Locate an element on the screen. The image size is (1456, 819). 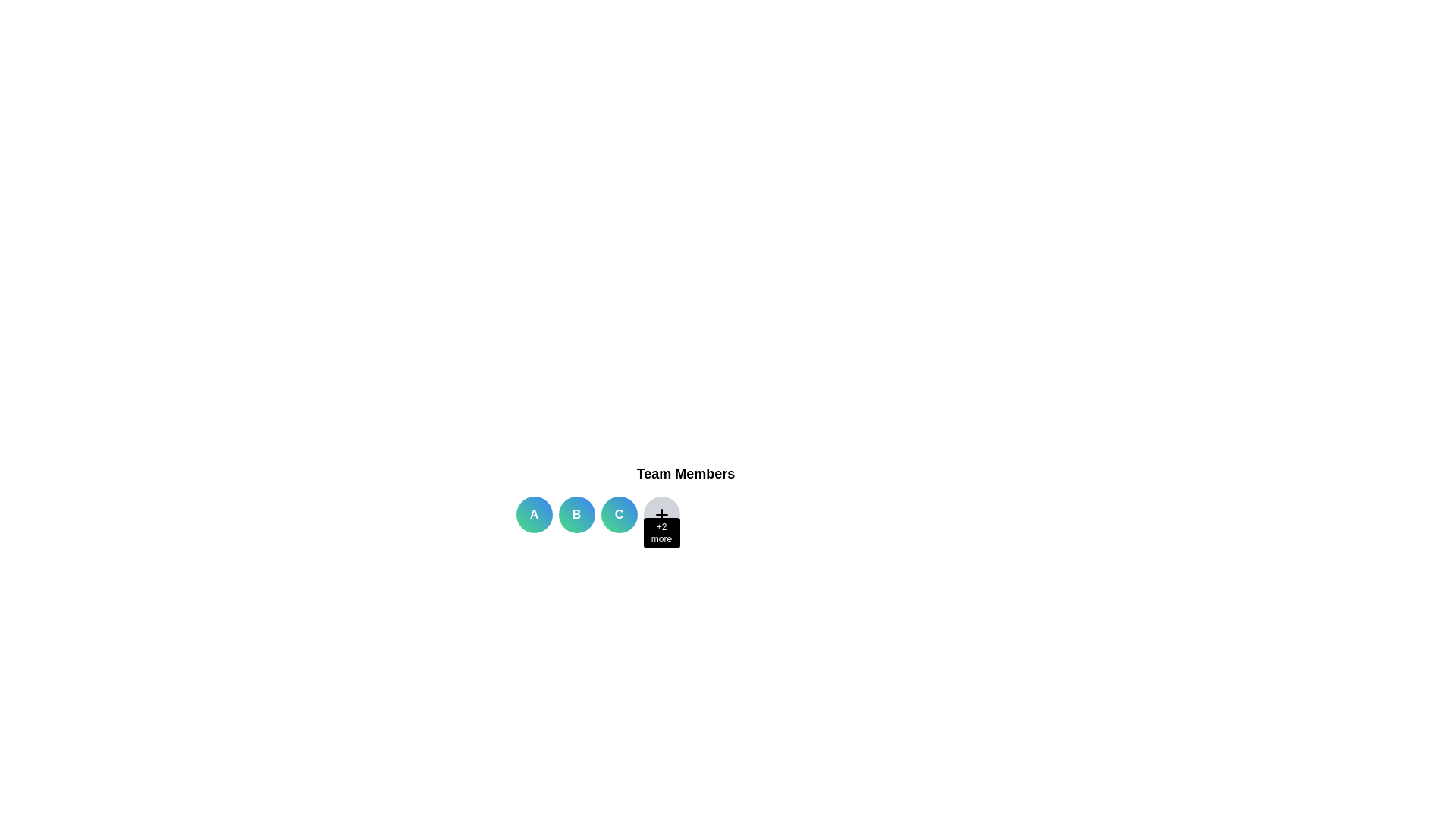
the tooltip displaying the text '+2 more' which is located directly below the circular avatar button with a plus icon, positioned fourth among the row of avatars is located at coordinates (661, 532).